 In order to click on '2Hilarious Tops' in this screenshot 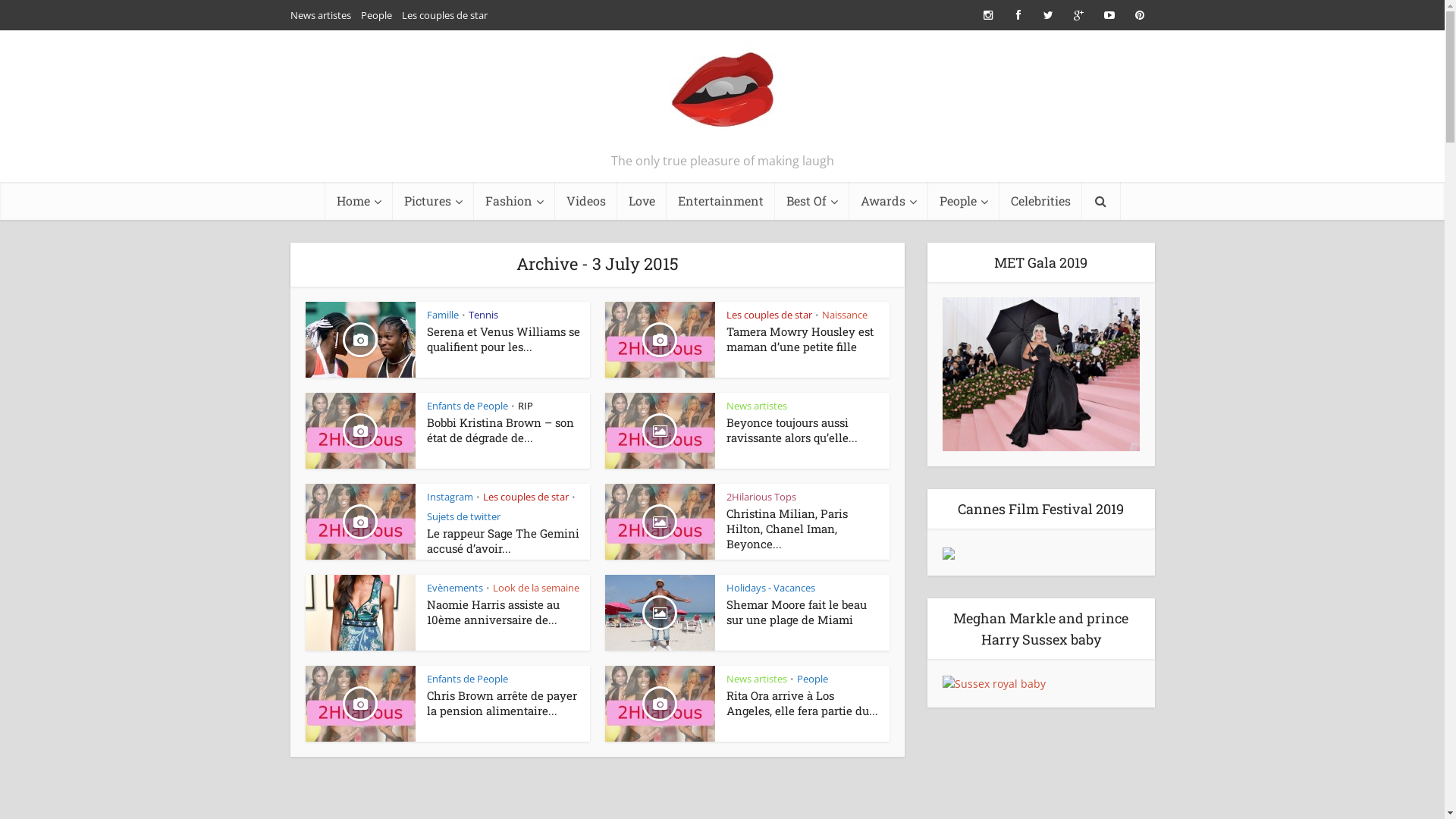, I will do `click(761, 497)`.